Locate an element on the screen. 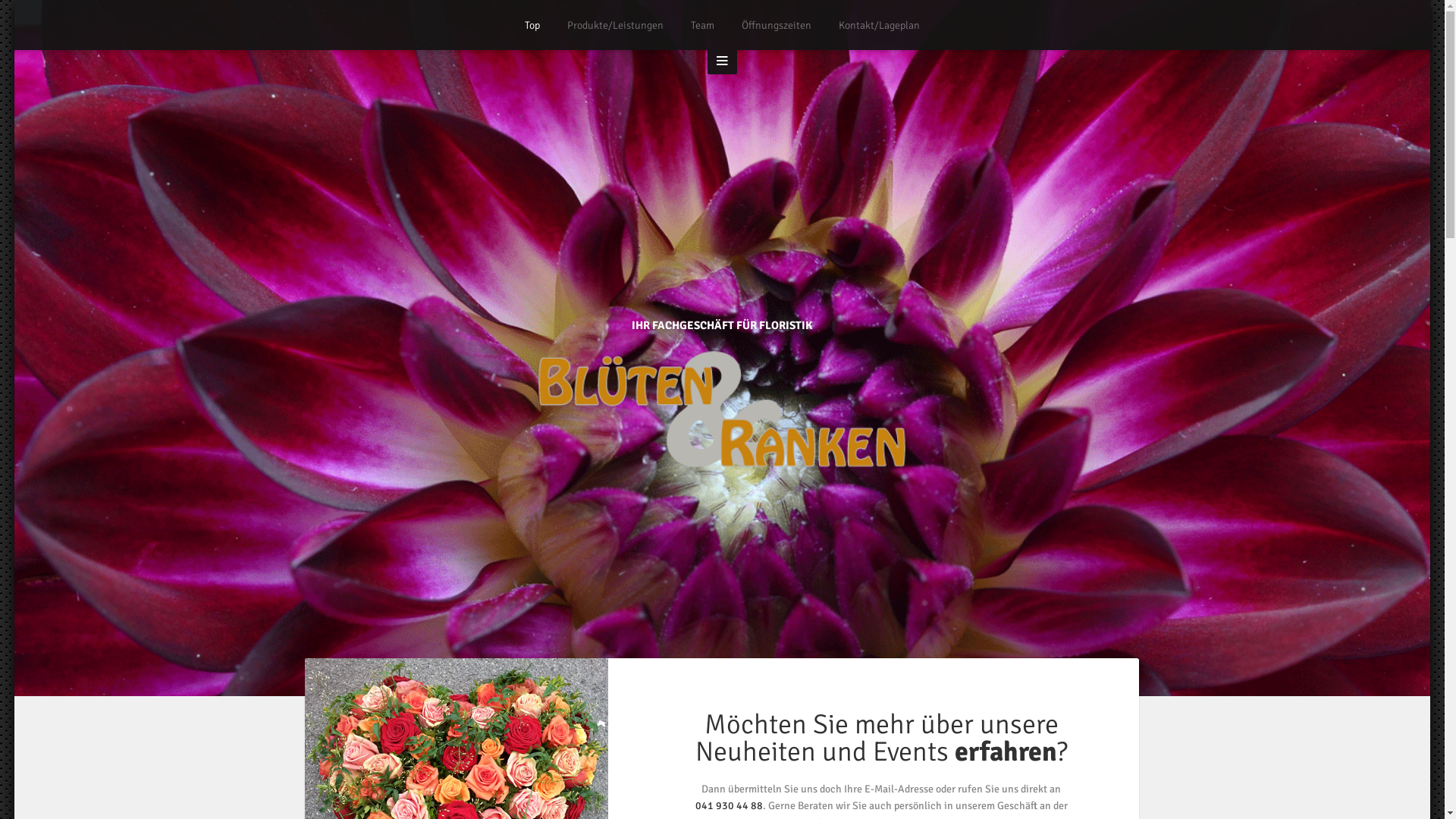 This screenshot has height=819, width=1456. 'Top' is located at coordinates (532, 25).